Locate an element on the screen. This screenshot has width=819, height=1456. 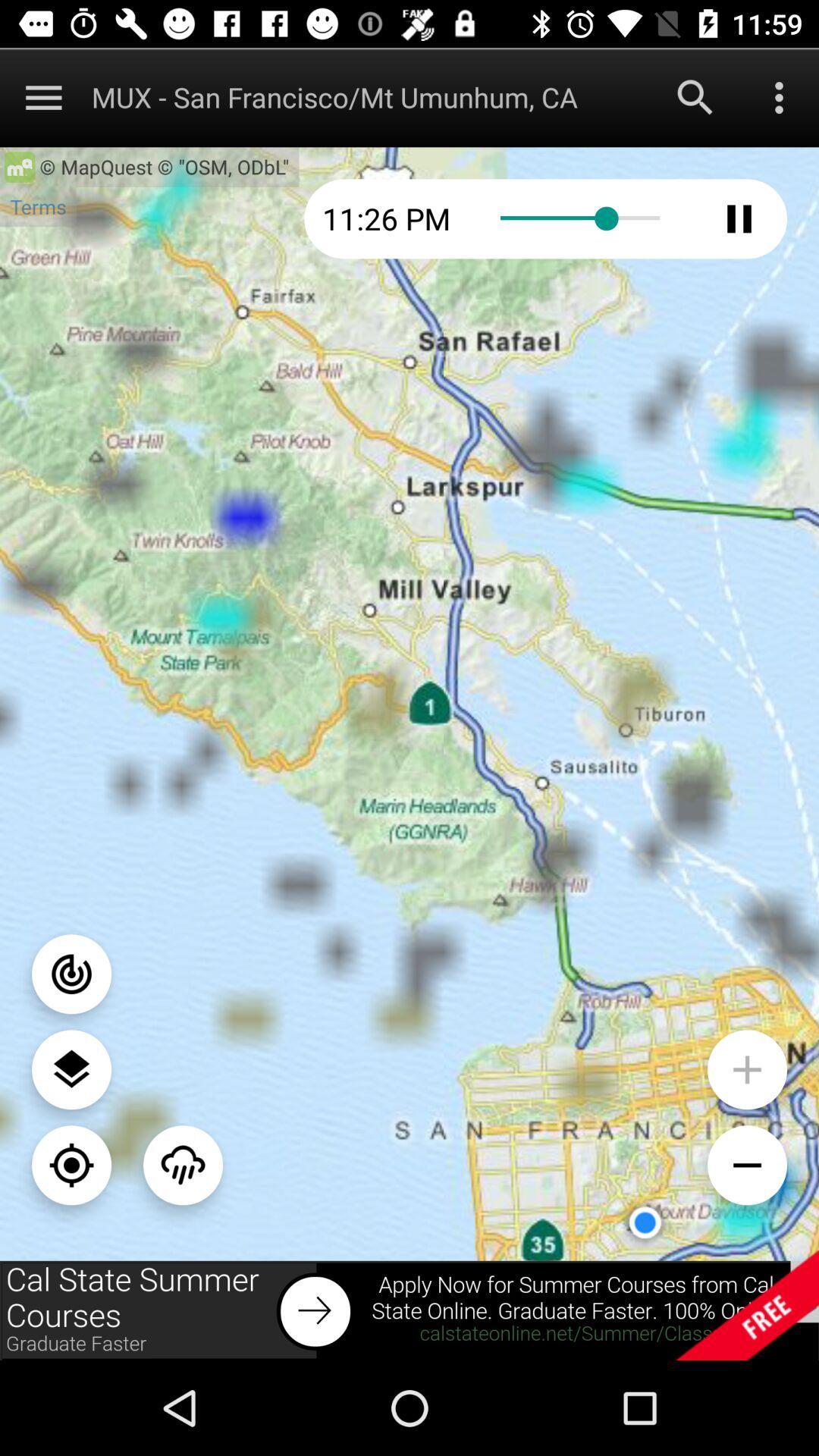
increase vision is located at coordinates (746, 1068).